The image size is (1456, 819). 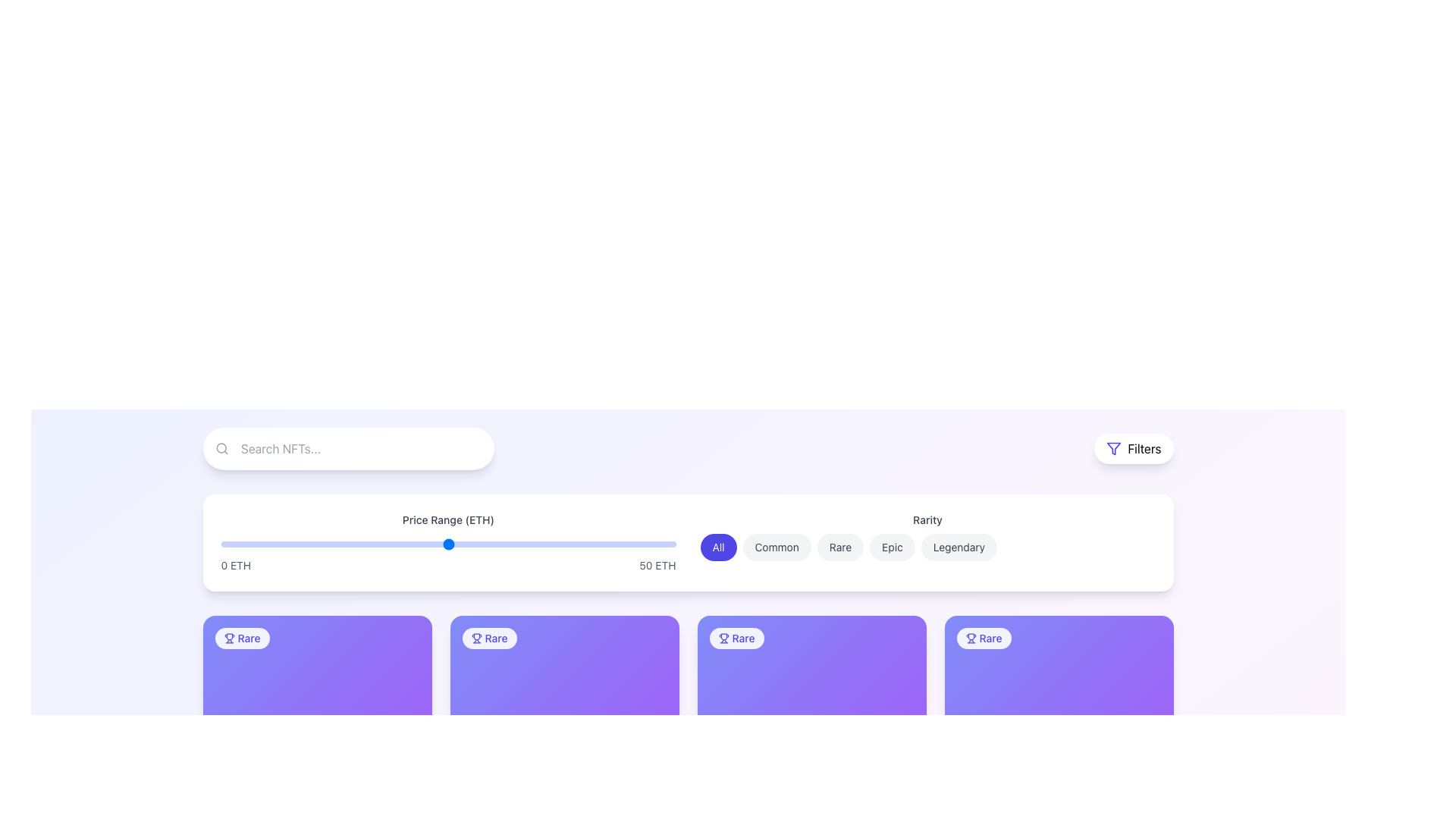 I want to click on the 'Legendary' button in the horizontal selection bar to filter items categorized as 'Legendary', so click(x=958, y=547).